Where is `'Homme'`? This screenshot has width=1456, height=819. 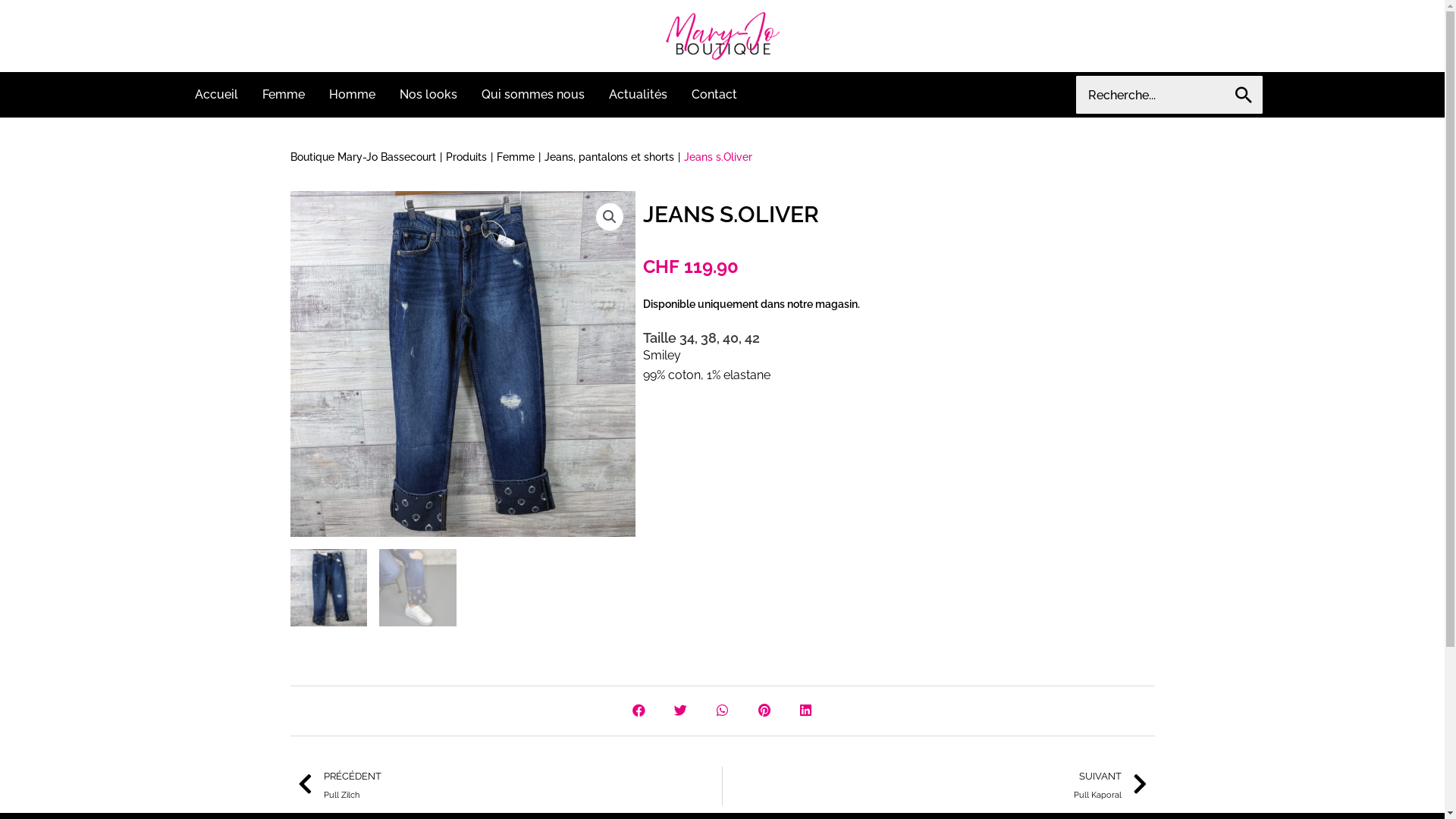 'Homme' is located at coordinates (351, 94).